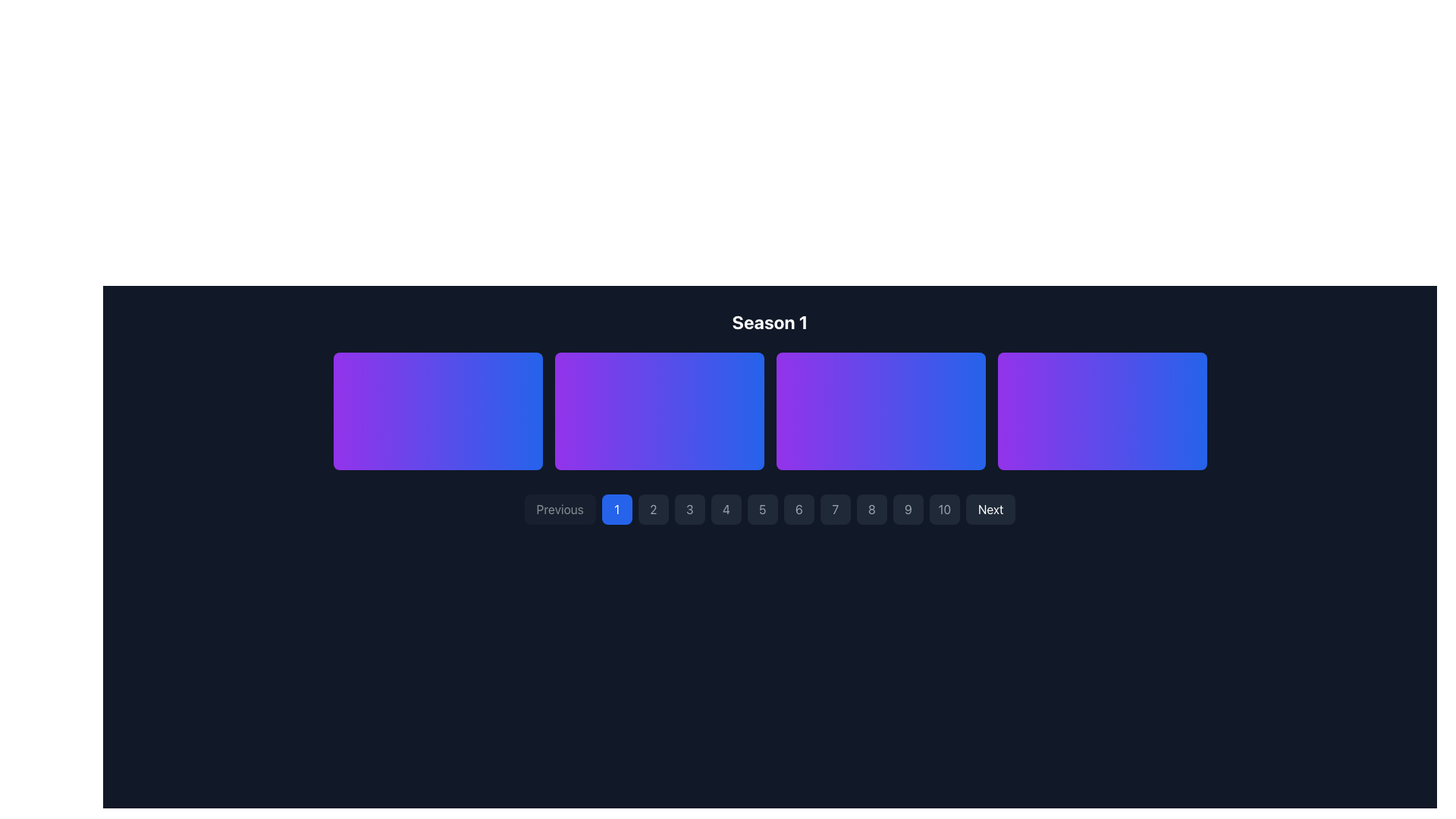  I want to click on the 'Previous' button, which is a rectangular button with rounded corners, located in the bottom navigation bar and styled with a dark gray background and white text, so click(559, 510).